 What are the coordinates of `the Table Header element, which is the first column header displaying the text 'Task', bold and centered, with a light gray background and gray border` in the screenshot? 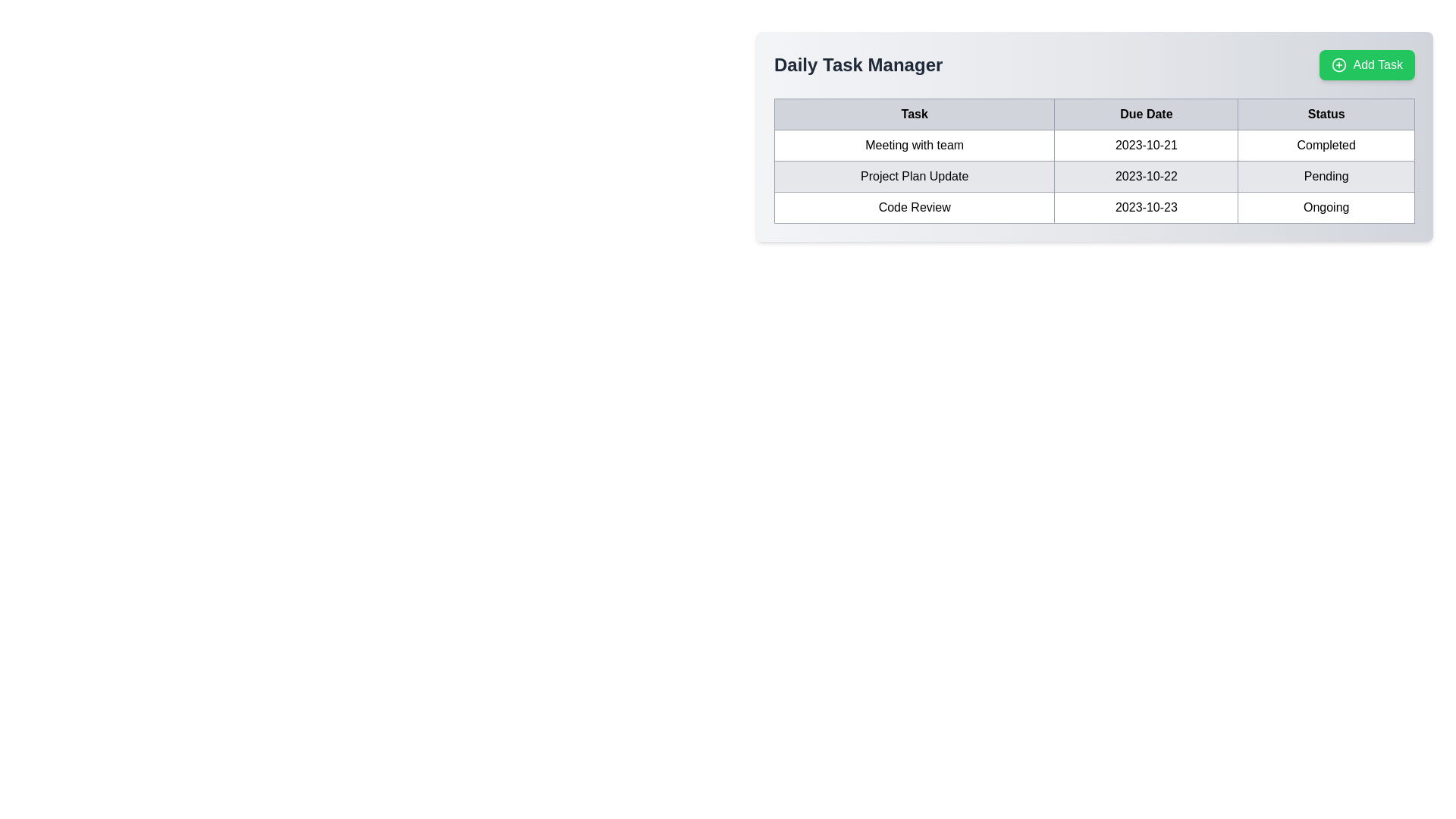 It's located at (914, 113).